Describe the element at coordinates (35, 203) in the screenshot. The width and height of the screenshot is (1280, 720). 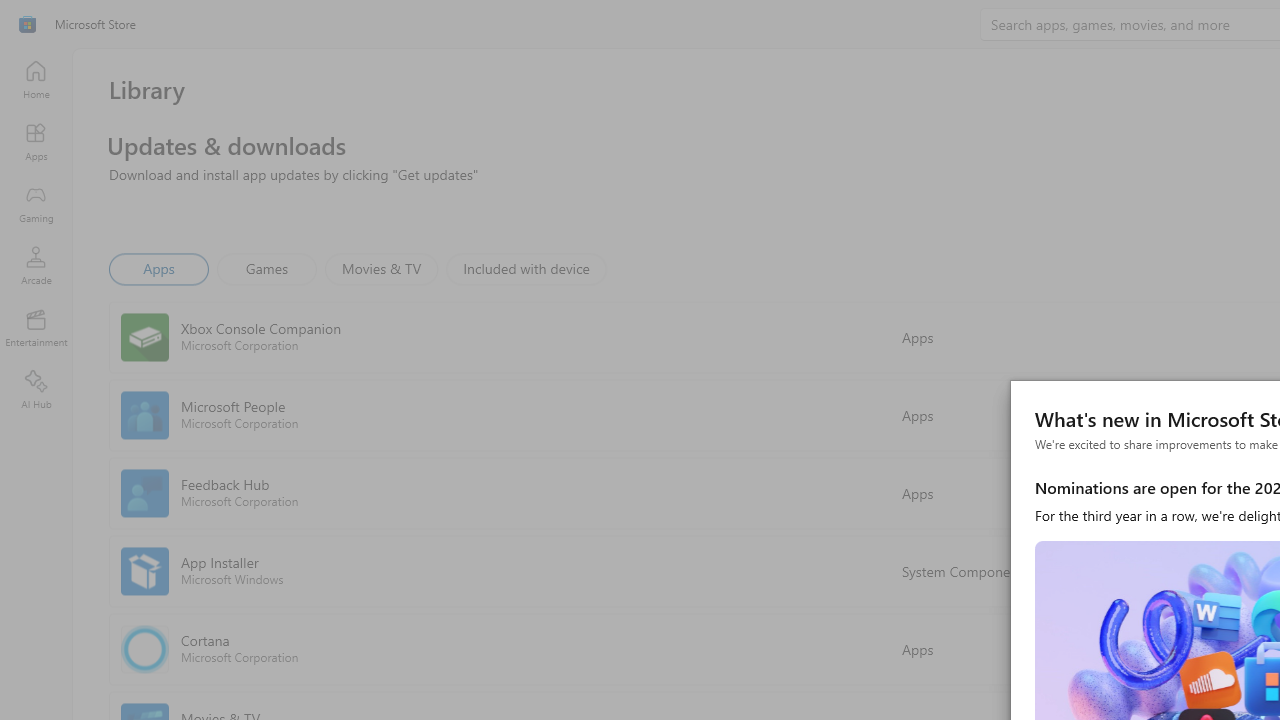
I see `'Gaming'` at that location.